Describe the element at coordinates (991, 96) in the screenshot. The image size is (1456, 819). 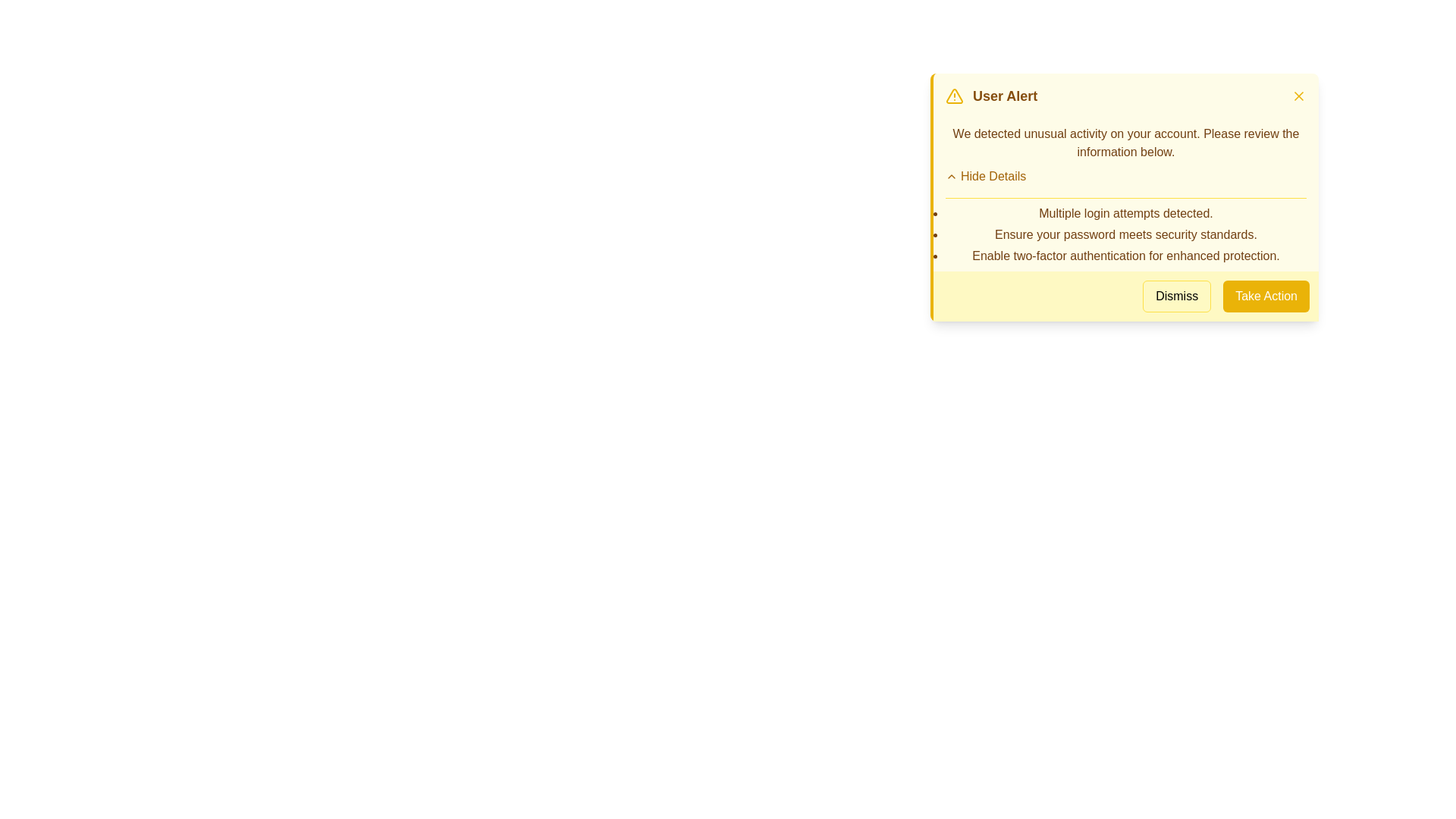
I see `contents of the 'User Alert' label with the yellow alert icon located at the top-left corner of the notification card` at that location.